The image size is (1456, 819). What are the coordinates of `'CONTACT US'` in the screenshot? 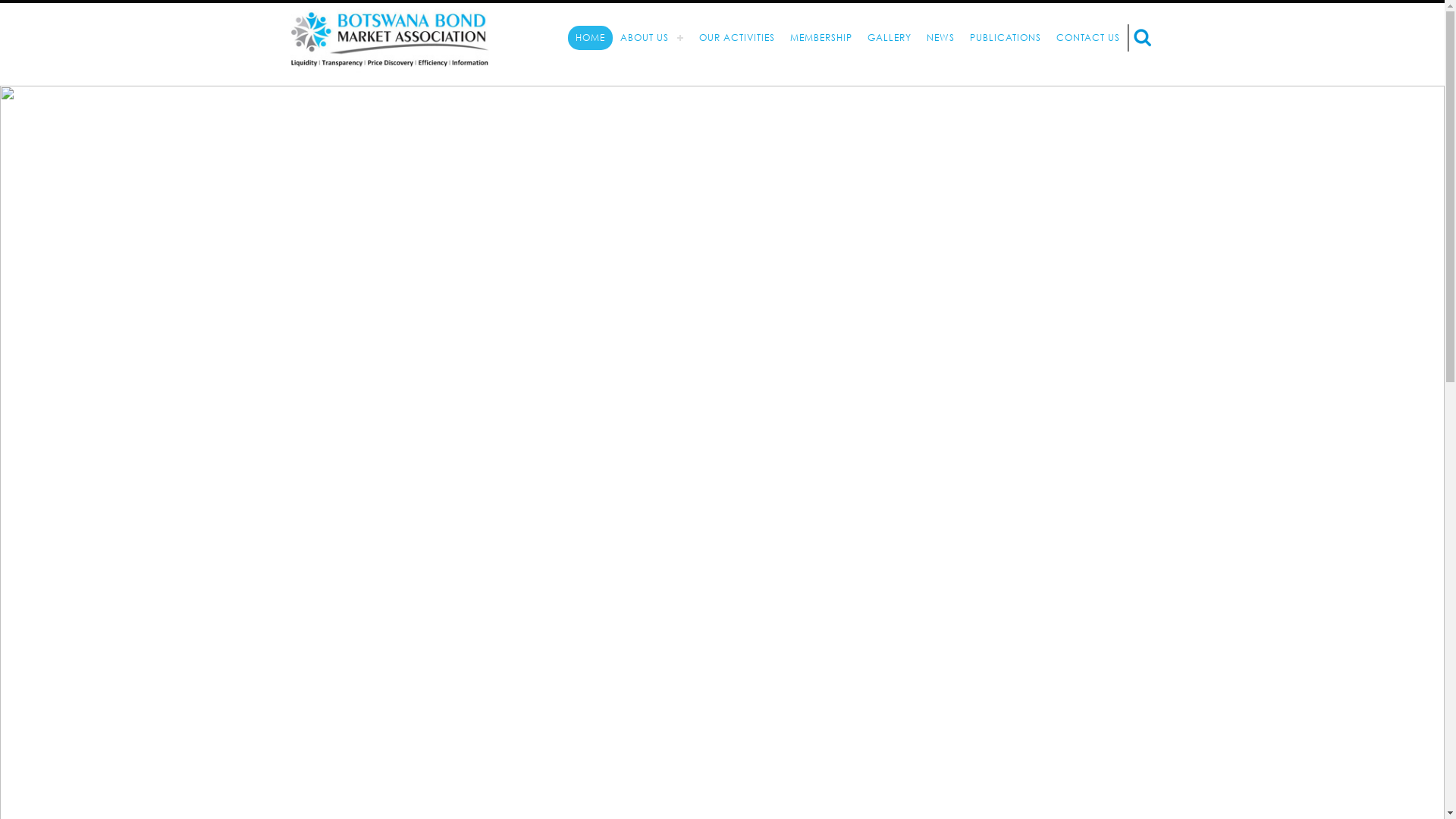 It's located at (1047, 37).